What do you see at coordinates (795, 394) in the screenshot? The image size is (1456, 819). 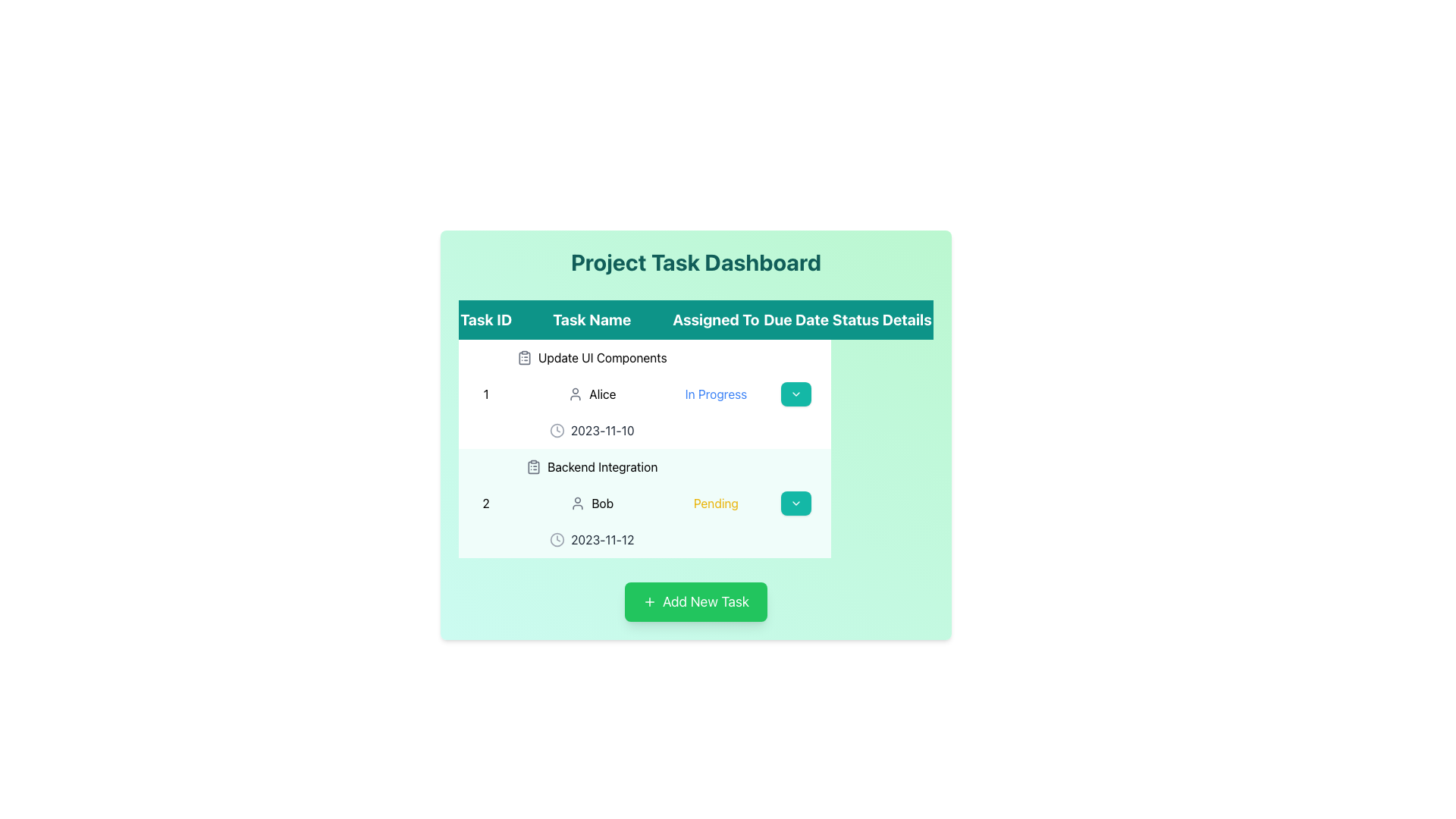 I see `the dropdown menu trigger button located in the 'Details' column of the first row of the task table in the 'Project Task Dashboard' interface, which aligns with the task titled 'Update UI Components'` at bounding box center [795, 394].